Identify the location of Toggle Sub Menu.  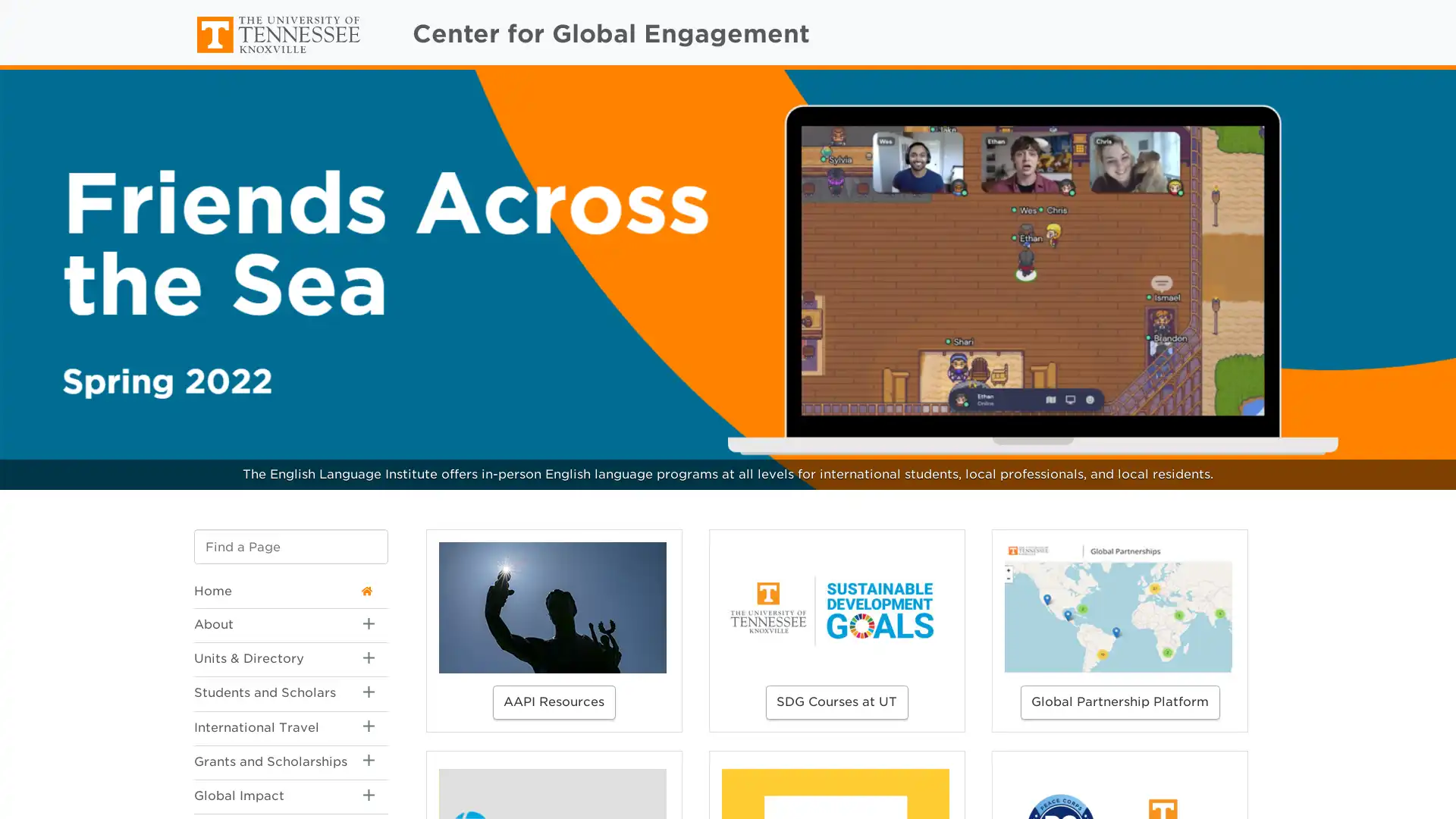
(368, 625).